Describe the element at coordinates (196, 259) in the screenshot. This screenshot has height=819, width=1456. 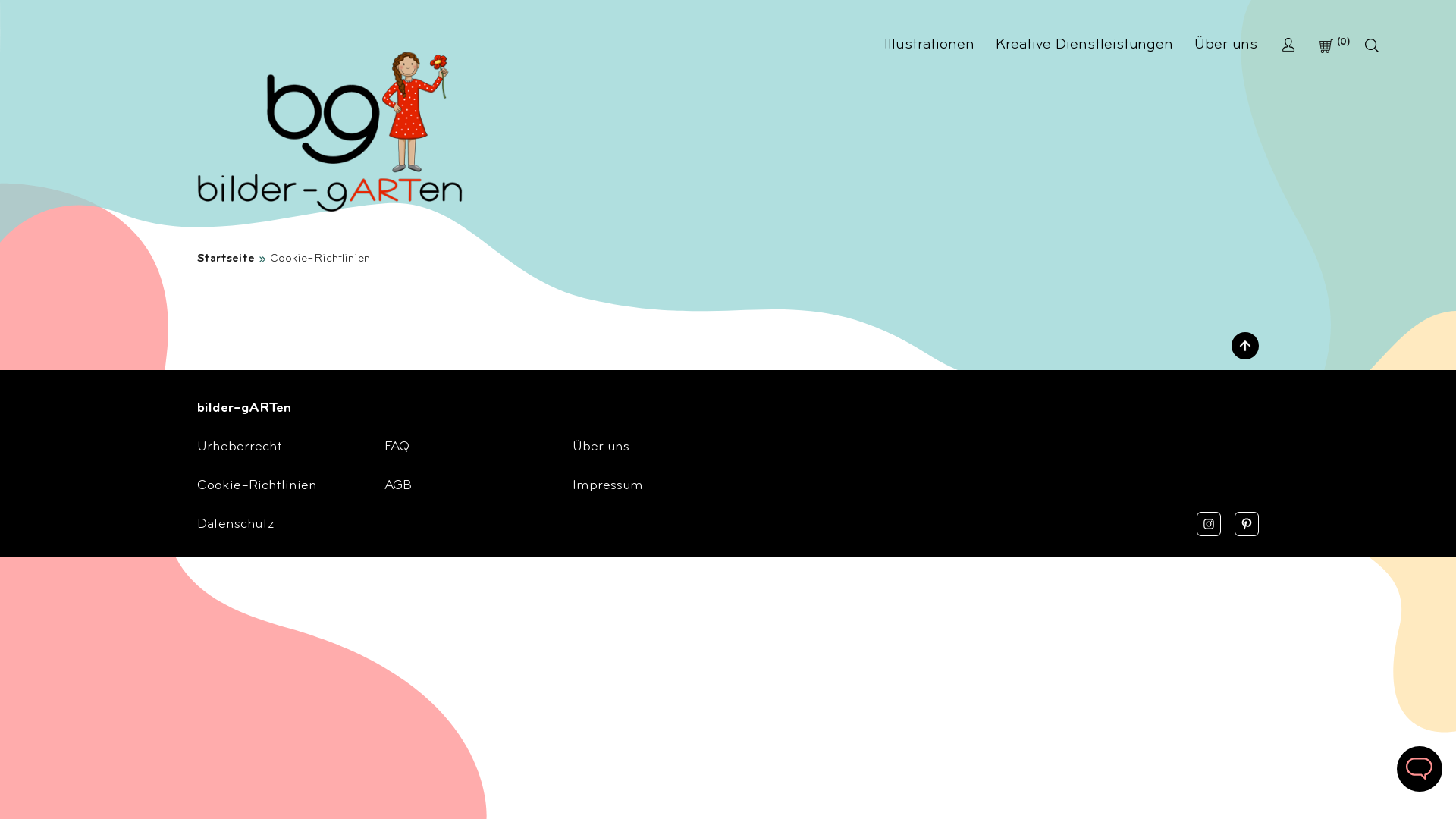
I see `'Startseite'` at that location.